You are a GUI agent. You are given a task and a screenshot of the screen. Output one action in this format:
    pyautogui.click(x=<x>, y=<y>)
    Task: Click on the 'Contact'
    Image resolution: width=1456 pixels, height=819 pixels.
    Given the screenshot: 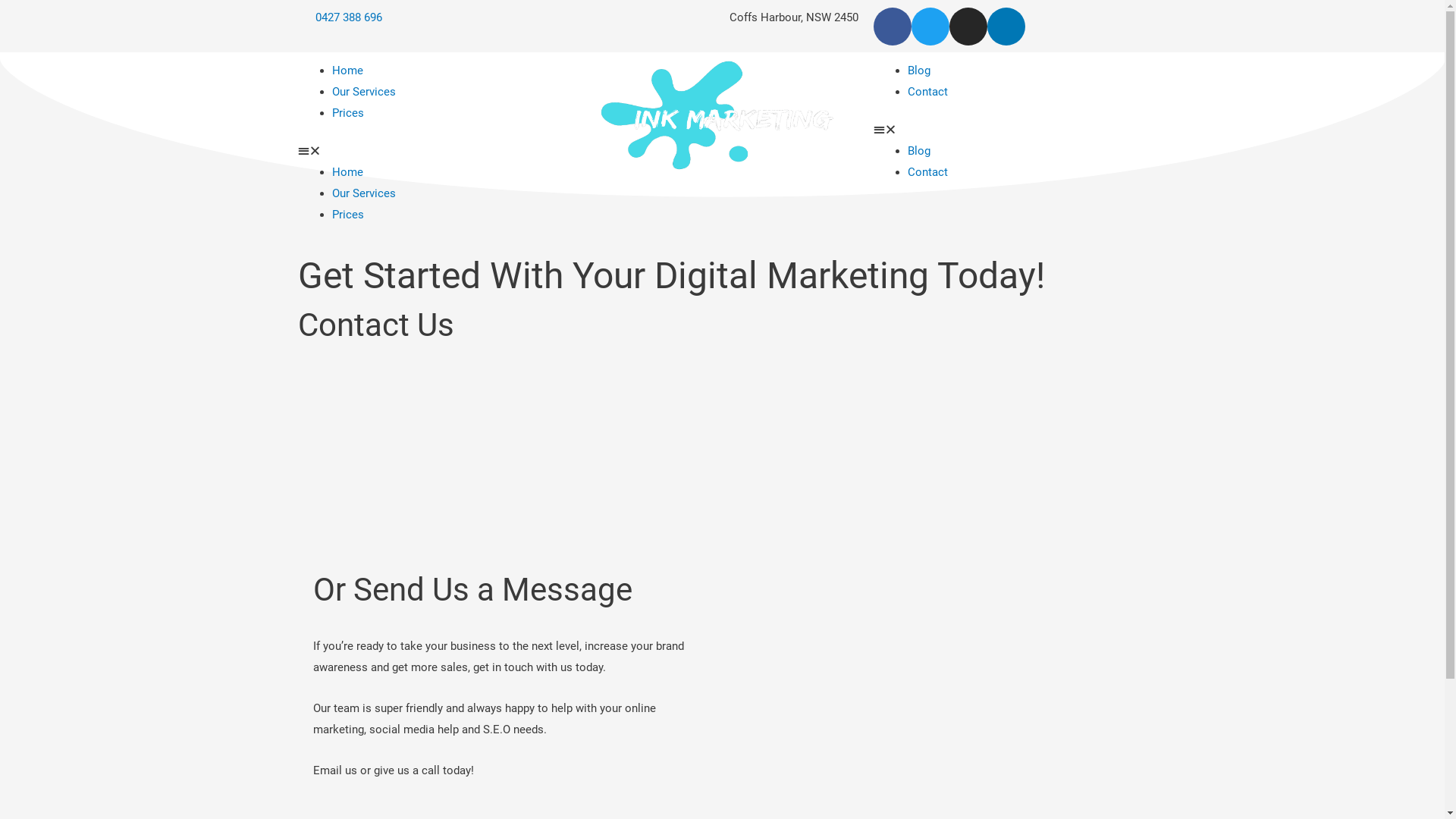 What is the action you would take?
    pyautogui.click(x=907, y=171)
    